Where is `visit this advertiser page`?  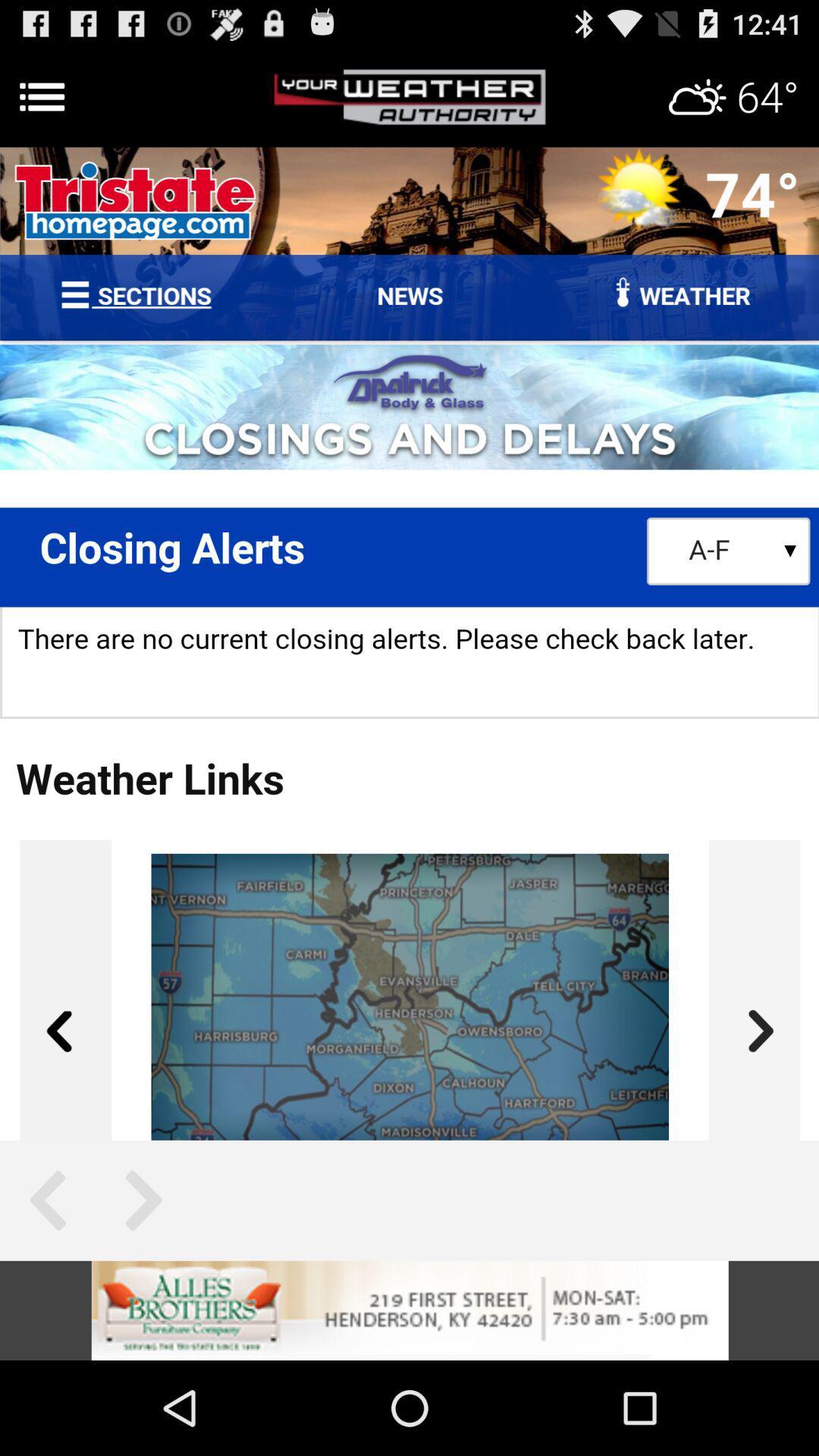 visit this advertiser page is located at coordinates (409, 1310).